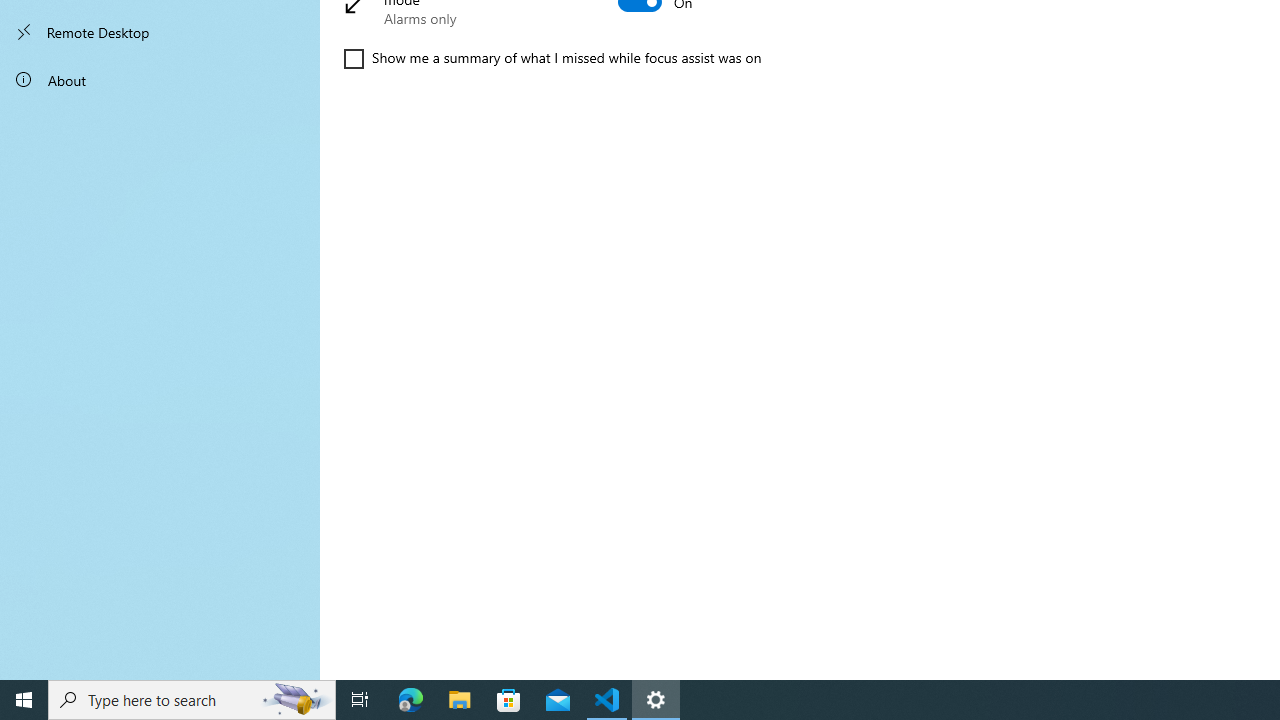  What do you see at coordinates (410, 698) in the screenshot?
I see `'Microsoft Edge'` at bounding box center [410, 698].